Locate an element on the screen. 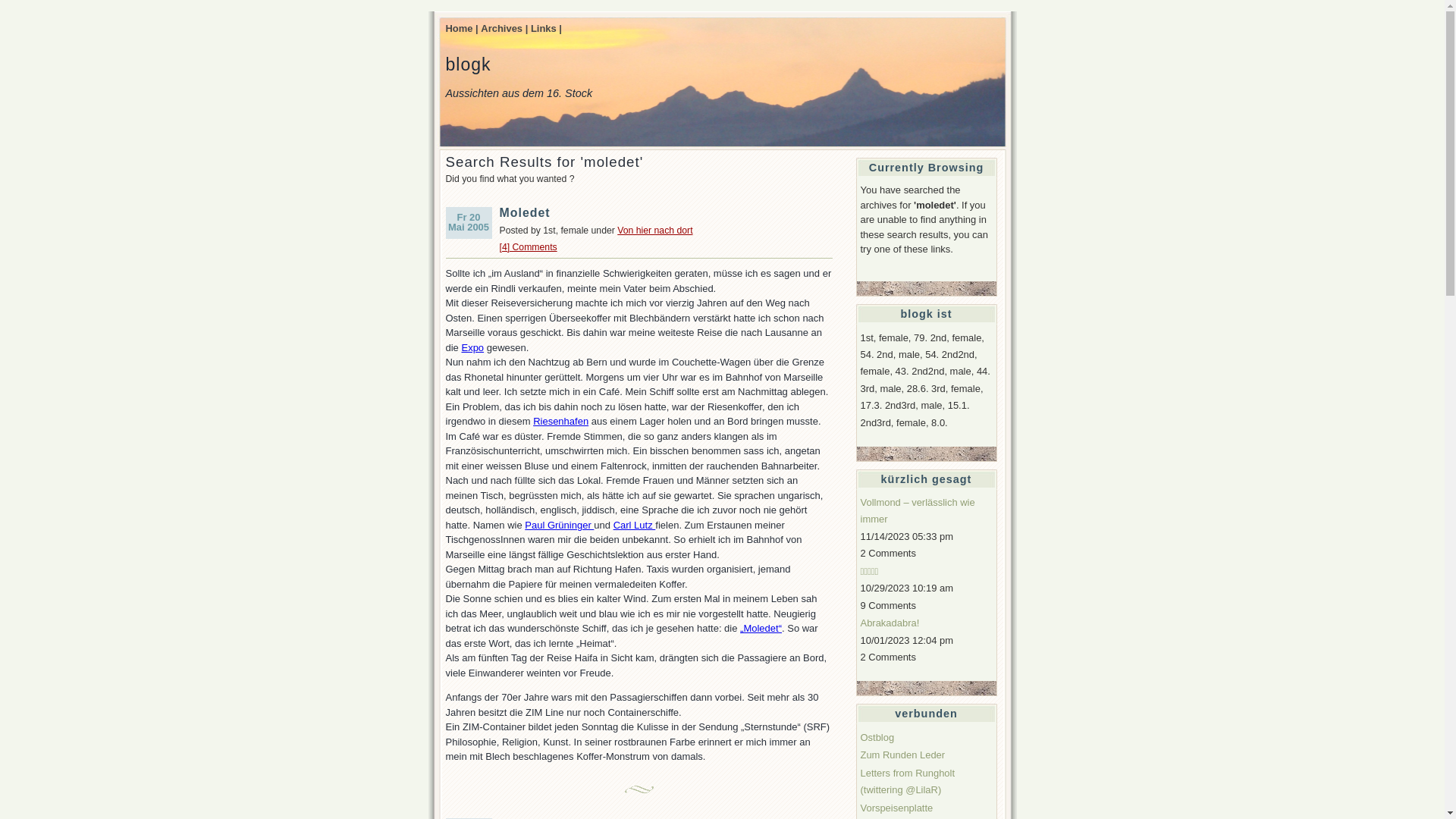 The width and height of the screenshot is (1456, 819). 'Home |' is located at coordinates (445, 28).